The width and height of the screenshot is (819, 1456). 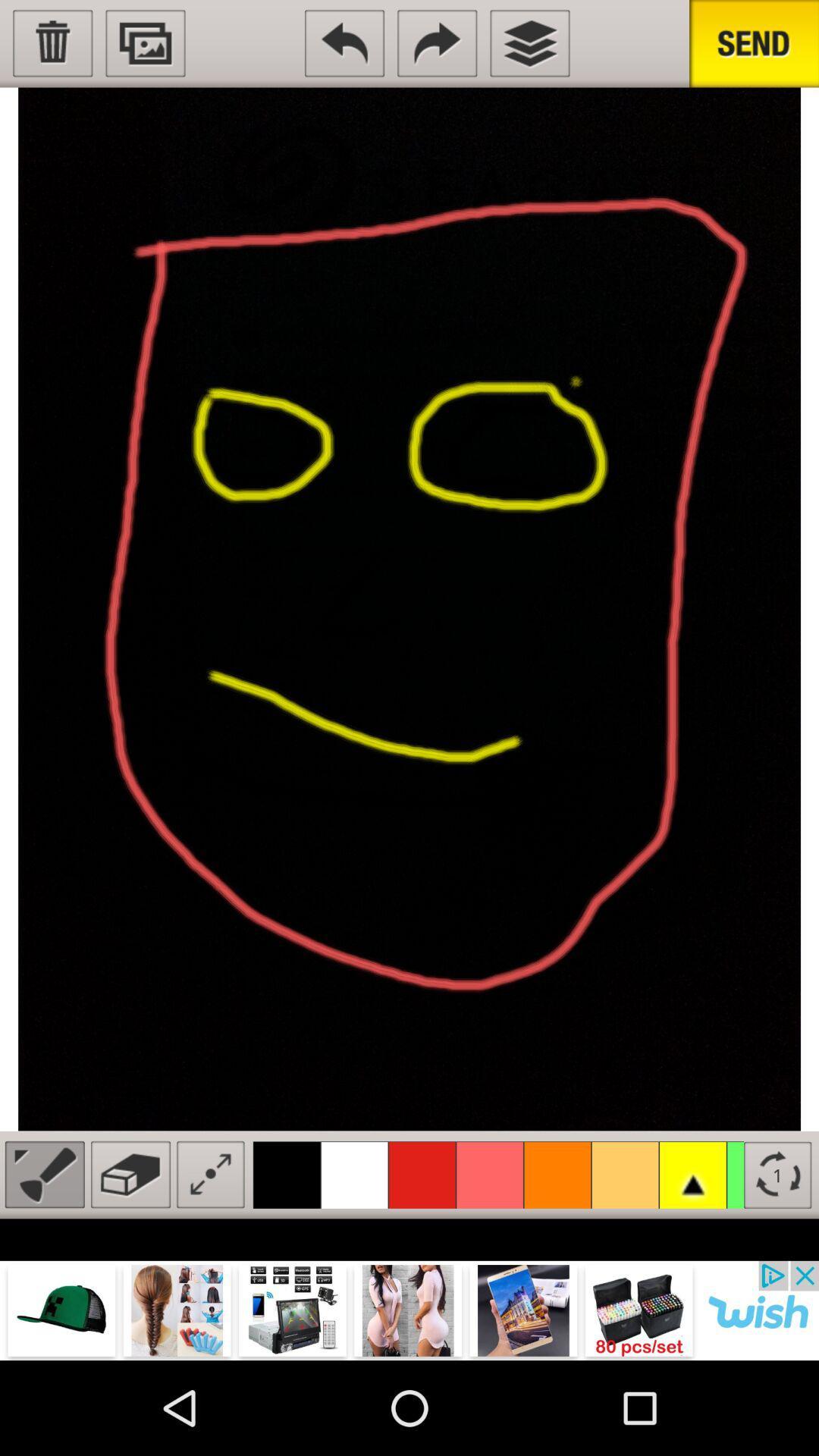 What do you see at coordinates (146, 43) in the screenshot?
I see `the wallpaper icon` at bounding box center [146, 43].